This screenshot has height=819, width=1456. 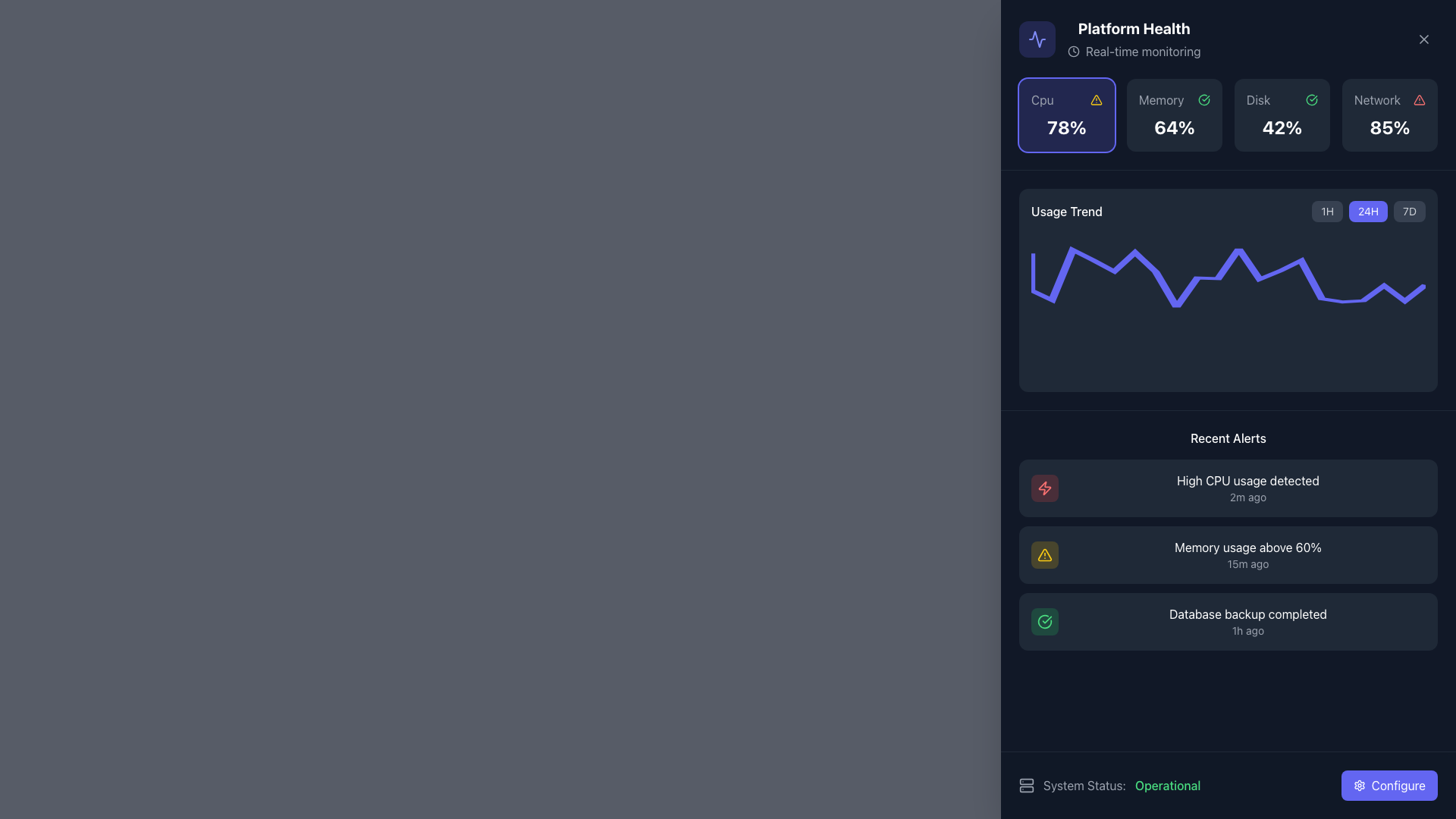 I want to click on the first Alert card in the 'Recent Alerts' section, so click(x=1248, y=488).